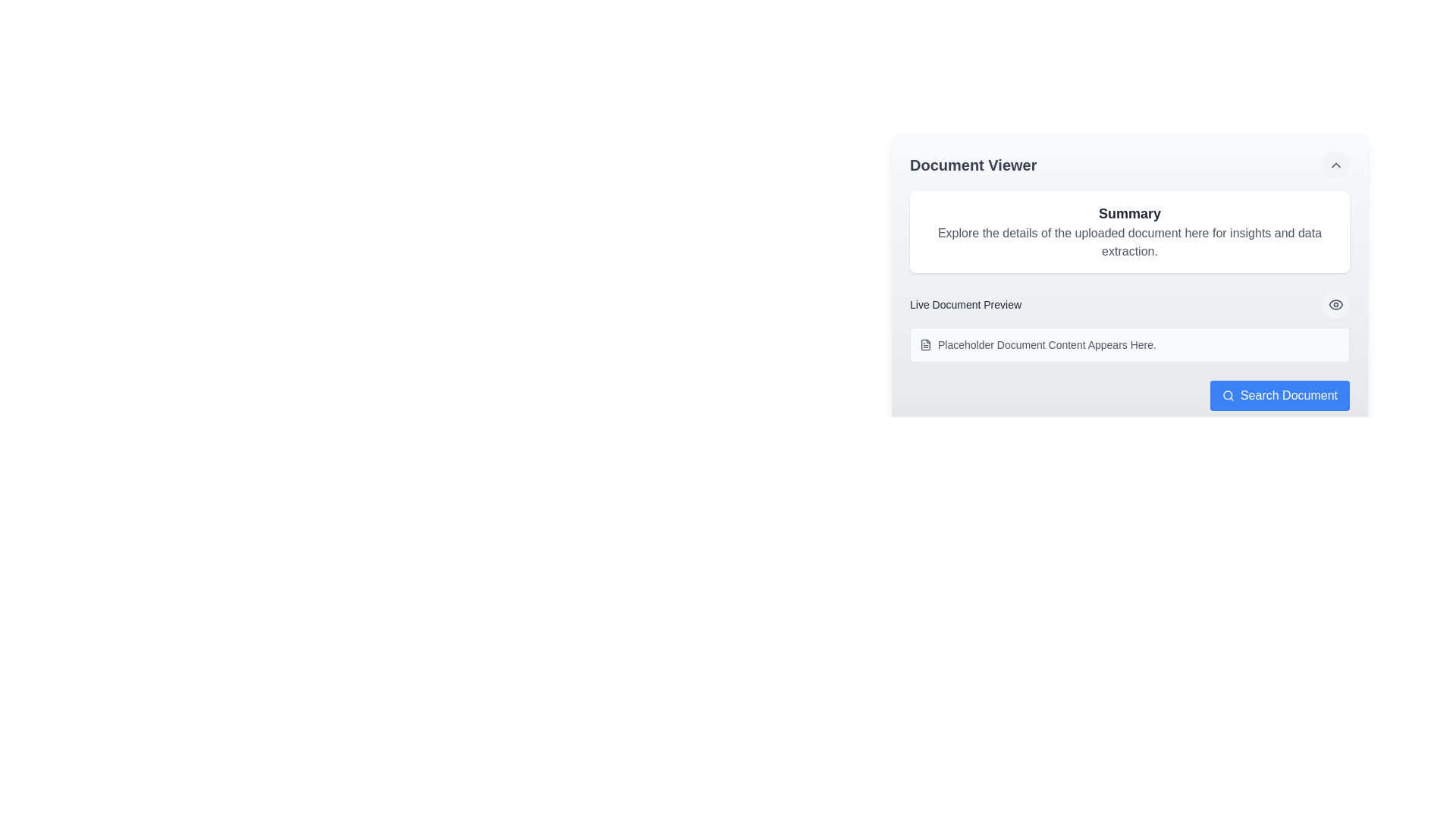  Describe the element at coordinates (1335, 165) in the screenshot. I see `the chevron up icon within the circular gray button located at the top-right corner of the 'Document Viewer' section` at that location.